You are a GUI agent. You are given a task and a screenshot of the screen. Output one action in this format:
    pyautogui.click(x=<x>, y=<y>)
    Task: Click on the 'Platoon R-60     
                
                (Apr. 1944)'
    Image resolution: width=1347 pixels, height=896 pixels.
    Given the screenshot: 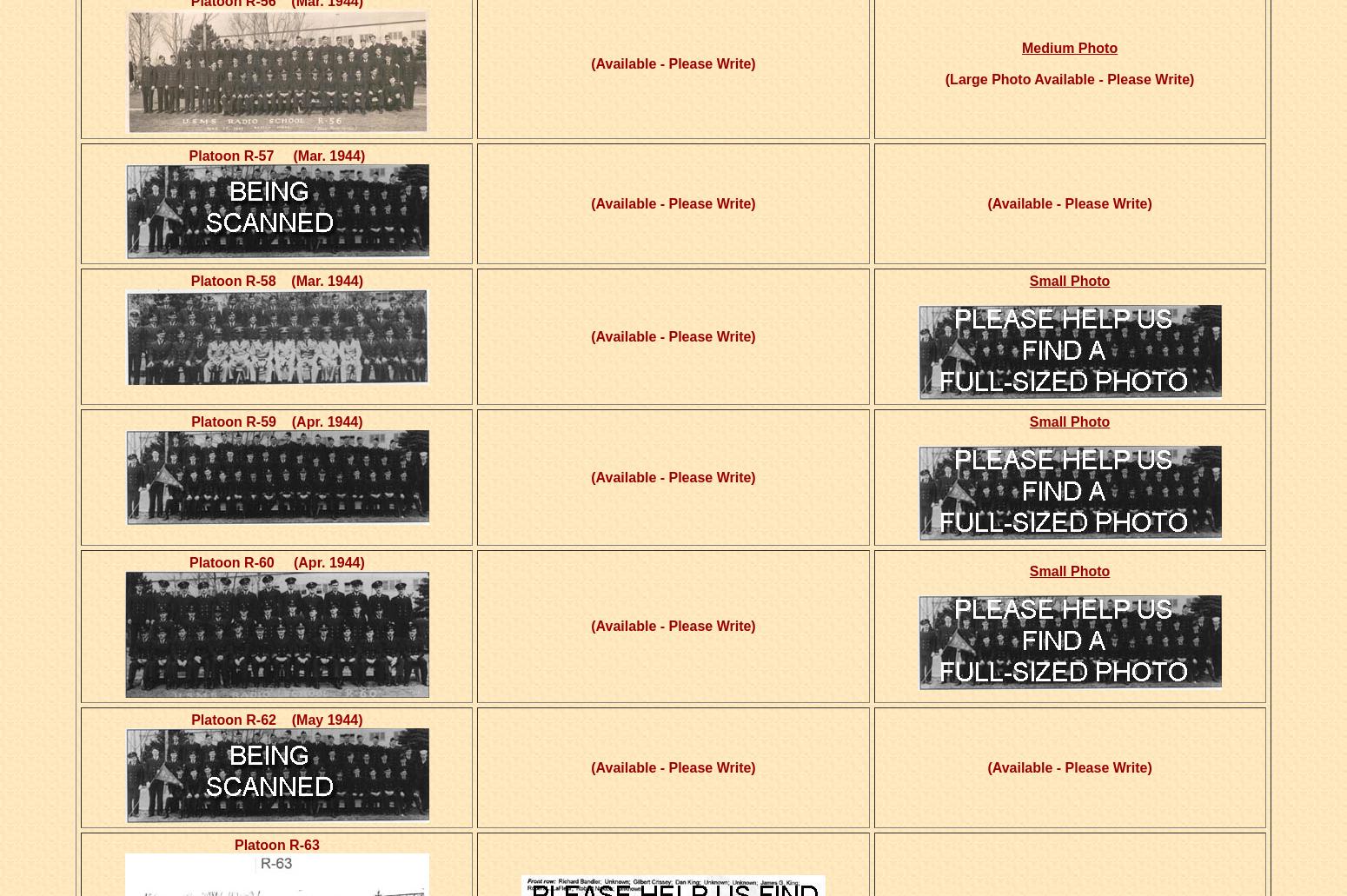 What is the action you would take?
    pyautogui.click(x=275, y=562)
    